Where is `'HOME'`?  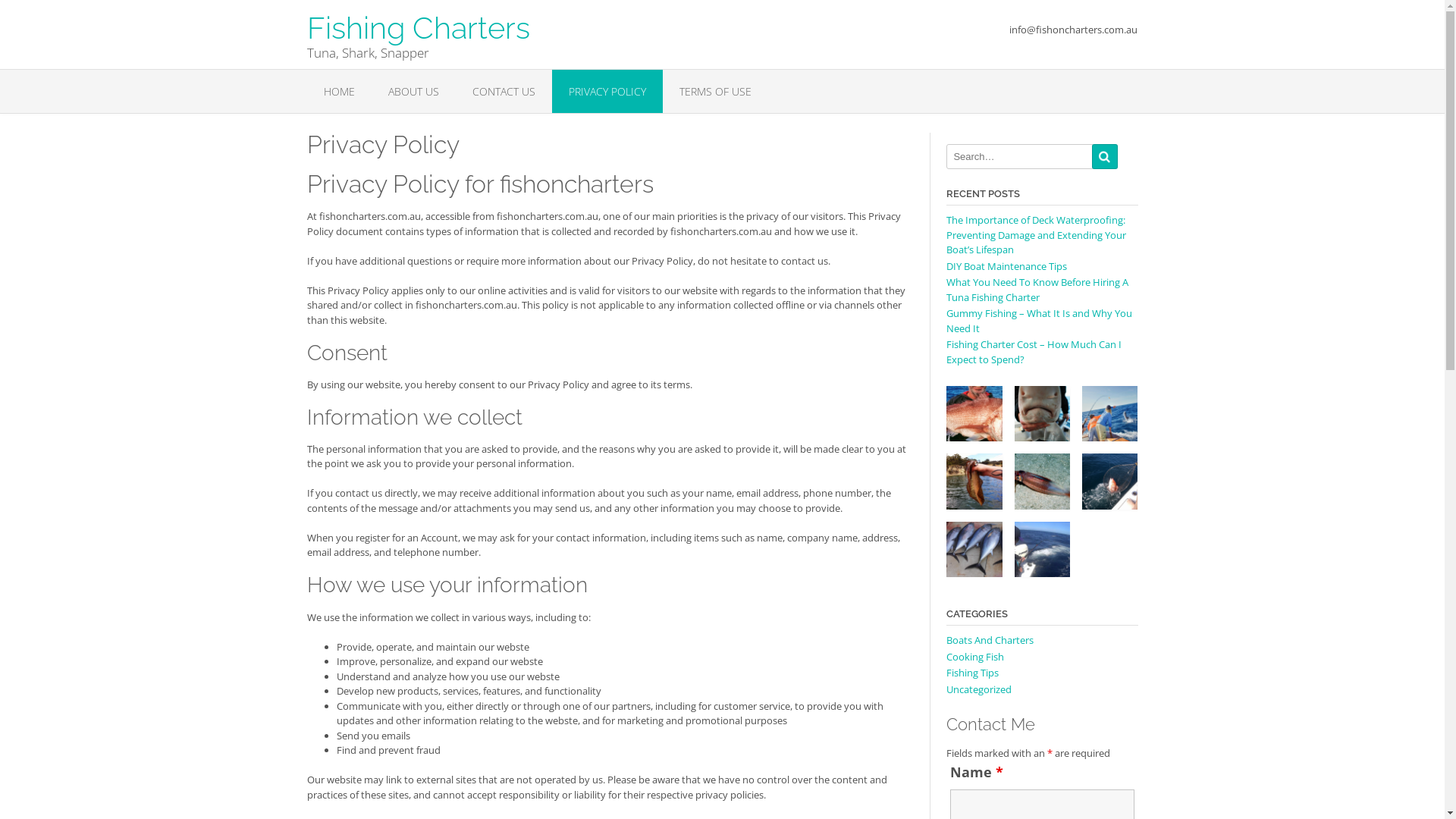
'HOME' is located at coordinates (337, 91).